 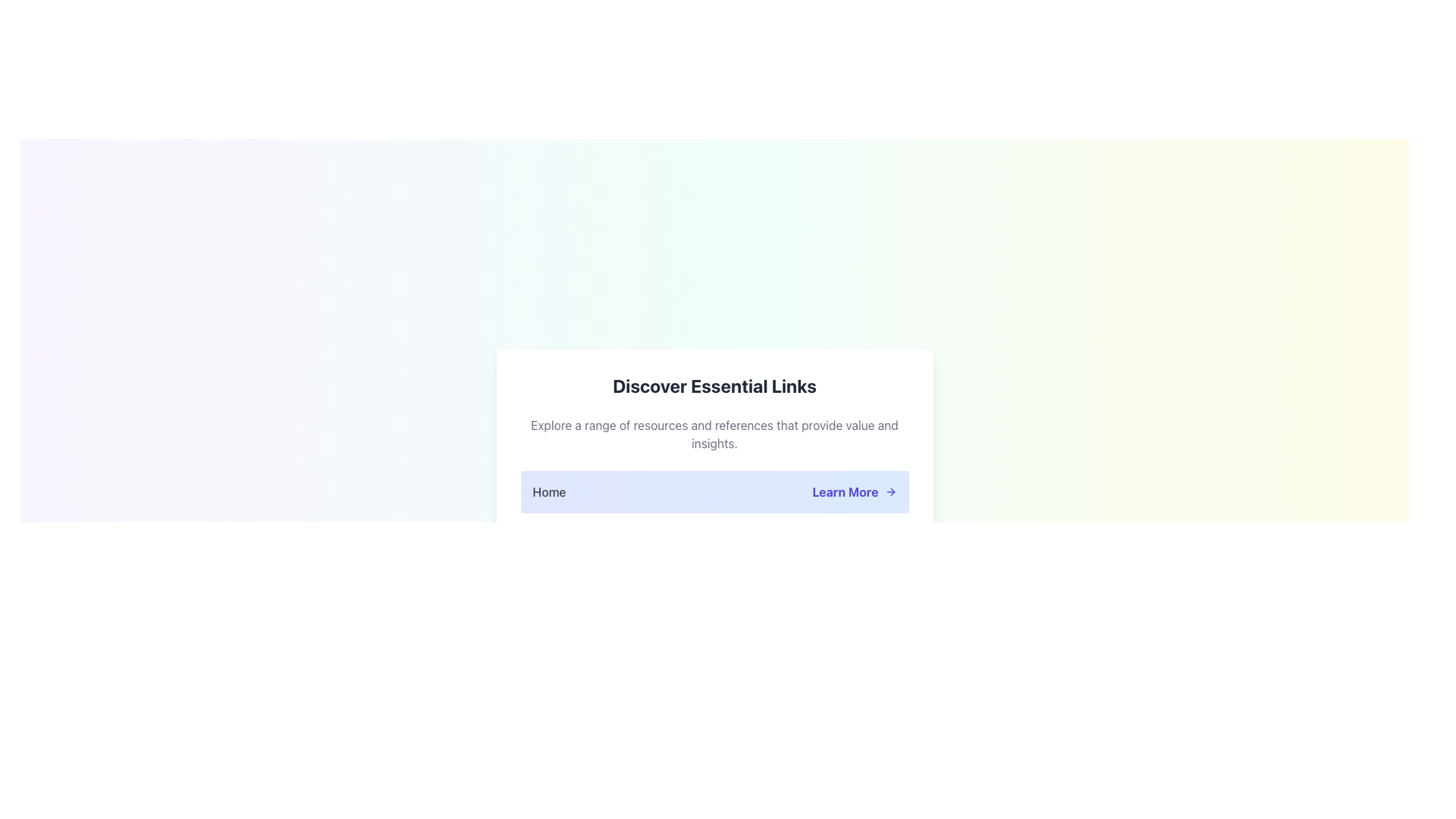 What do you see at coordinates (890, 491) in the screenshot?
I see `the arrow icon located adjacent to the 'Learn More' link in the bottom-right section of the card under the heading 'Discover Essential Links'` at bounding box center [890, 491].